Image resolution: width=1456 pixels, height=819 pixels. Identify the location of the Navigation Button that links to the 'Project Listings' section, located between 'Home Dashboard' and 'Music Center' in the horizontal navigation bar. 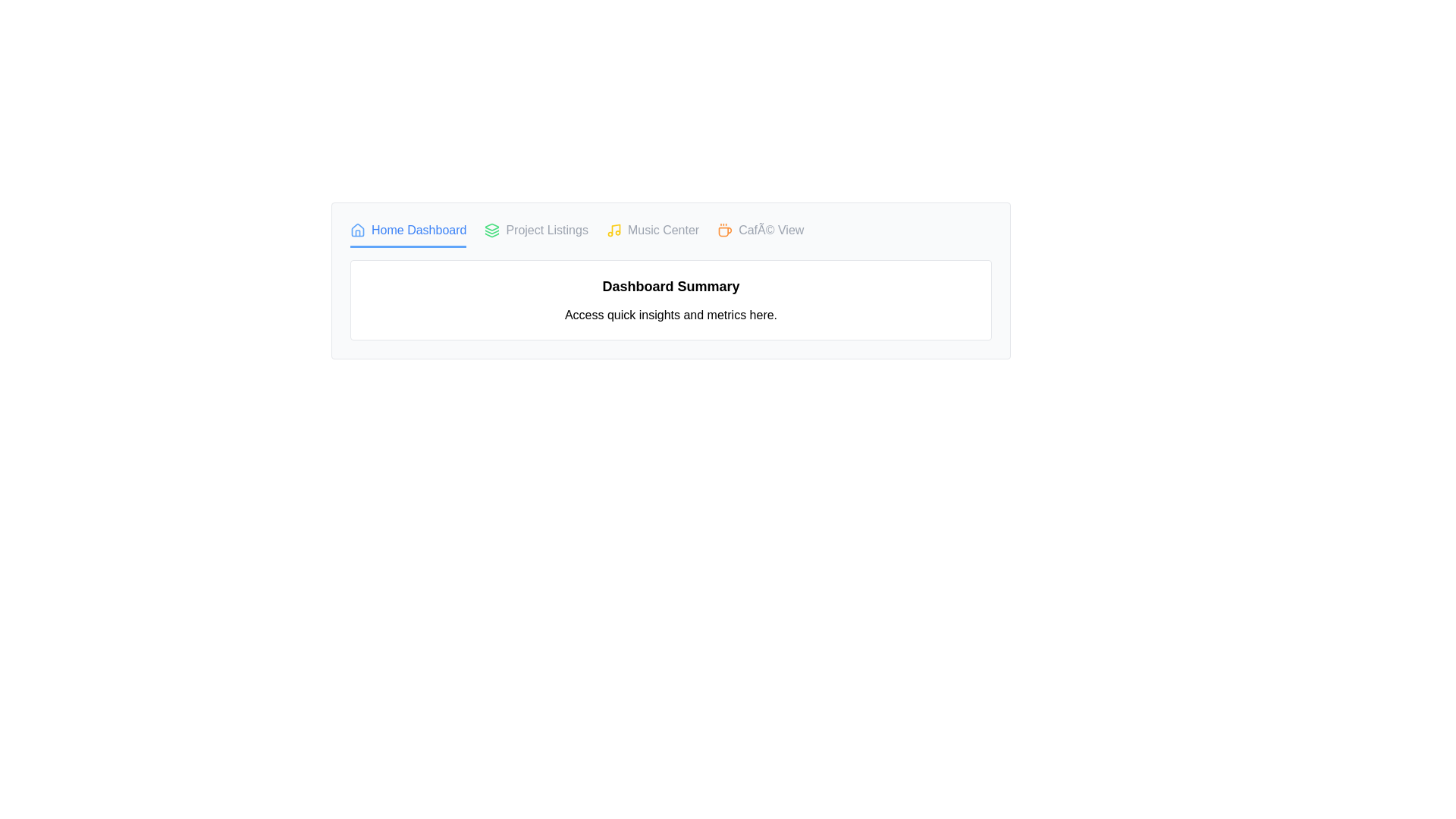
(536, 234).